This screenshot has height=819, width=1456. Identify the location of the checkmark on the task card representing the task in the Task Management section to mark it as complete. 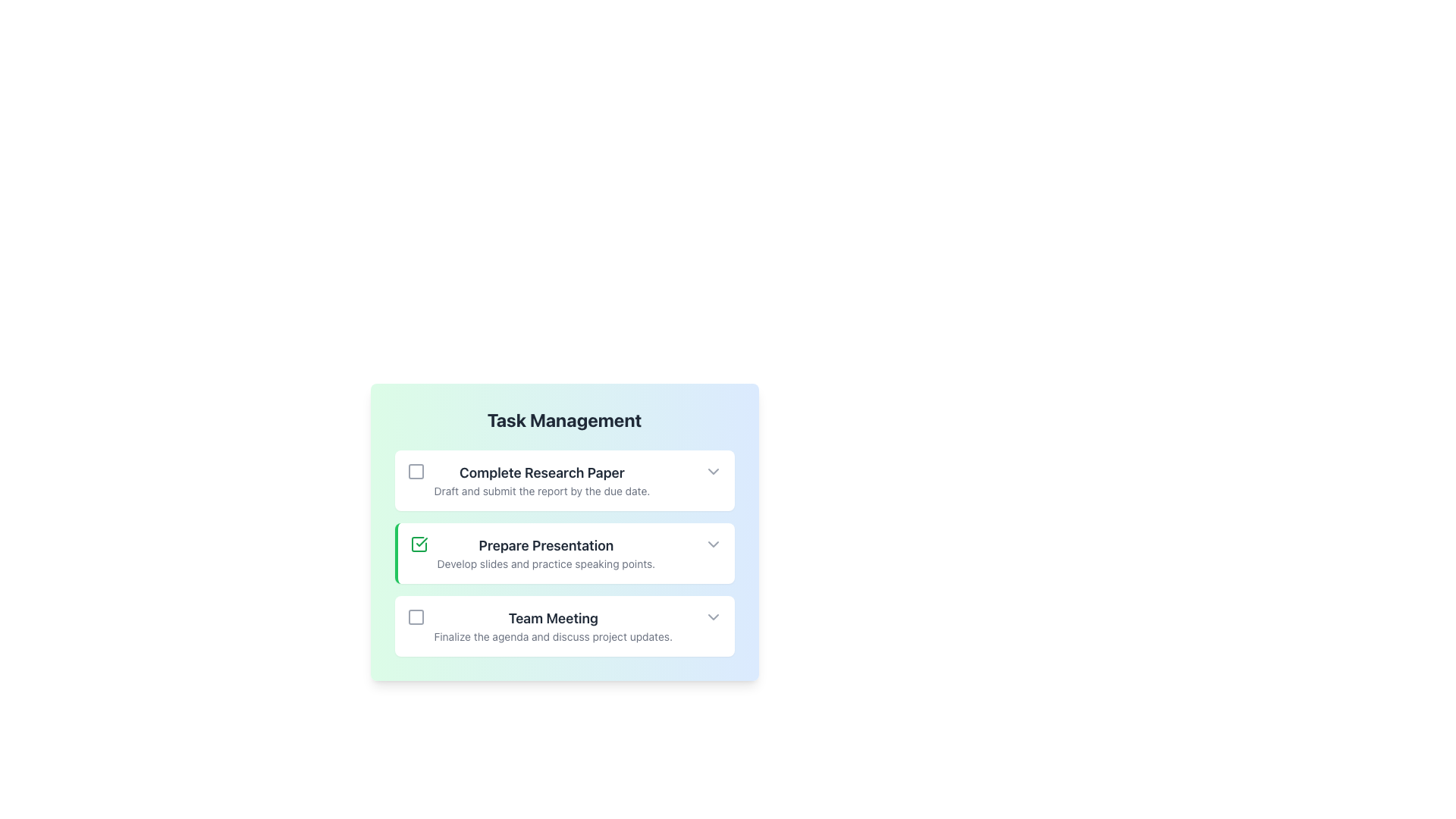
(563, 553).